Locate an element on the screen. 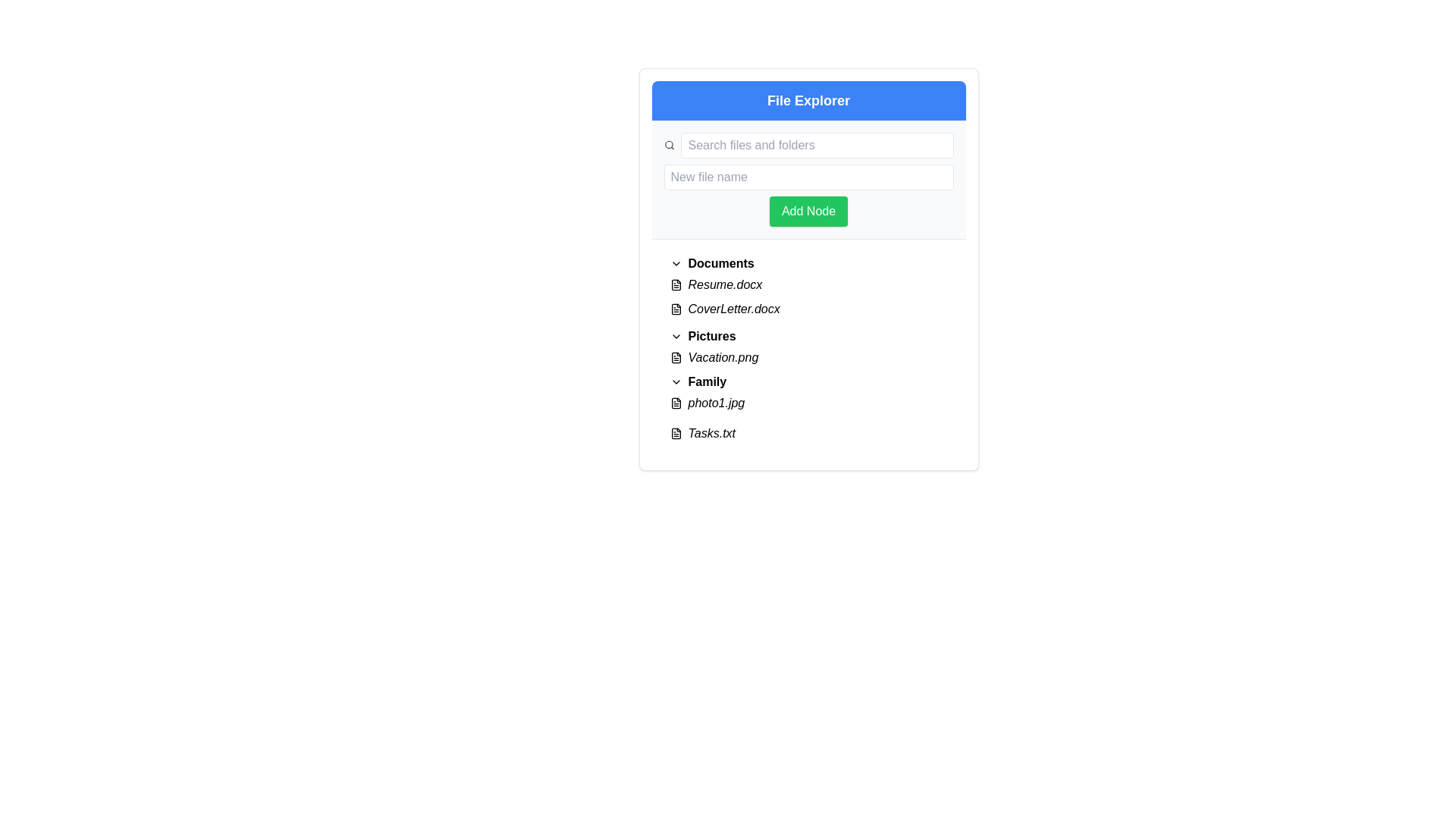 The height and width of the screenshot is (819, 1456). the 'Documents' text label, which serves as a header indicating a folder or category in a file explorer, located immediately below the blue 'File Explorer' header is located at coordinates (720, 262).